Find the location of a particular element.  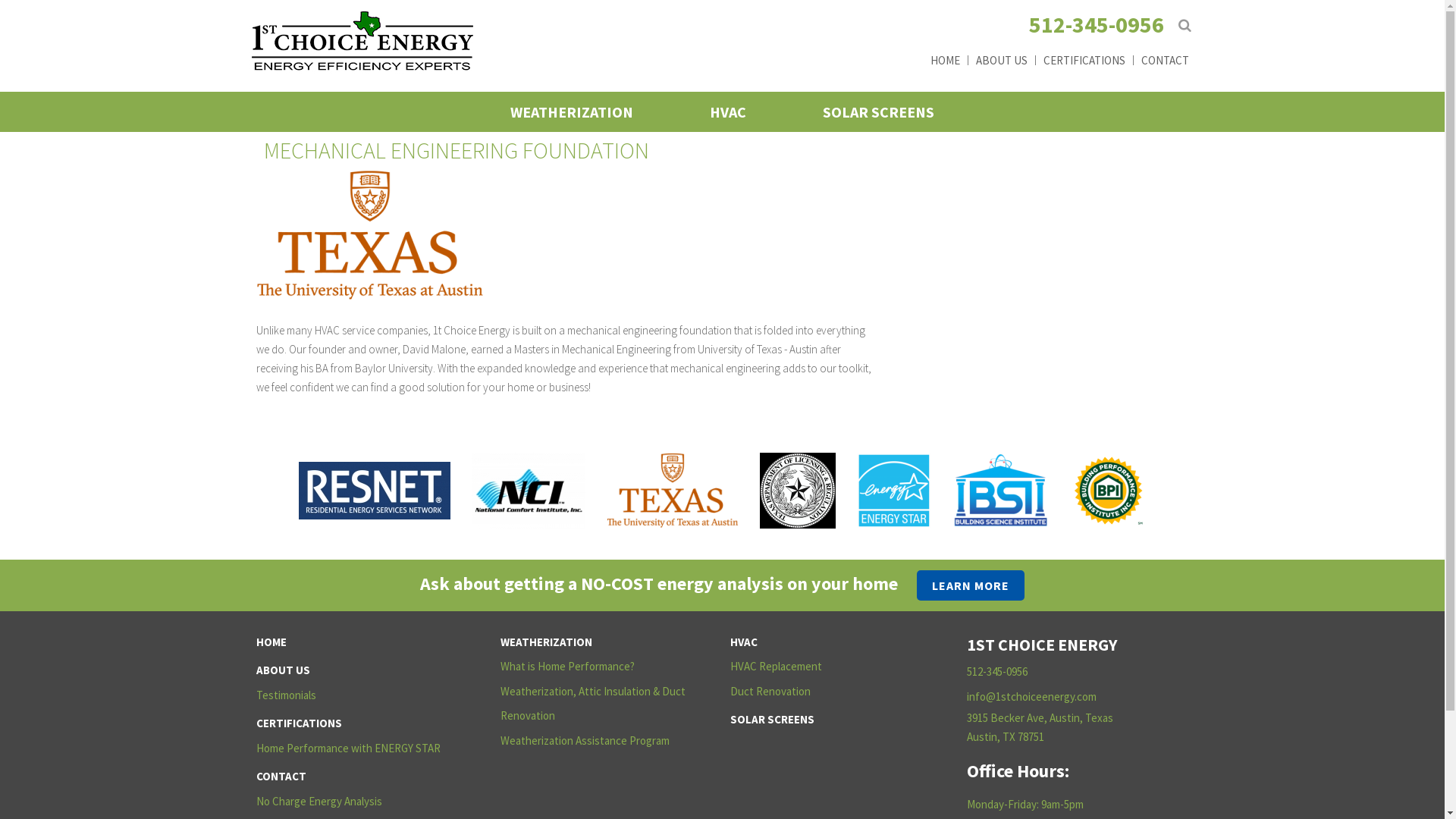

'HVAC Replacement' is located at coordinates (832, 666).